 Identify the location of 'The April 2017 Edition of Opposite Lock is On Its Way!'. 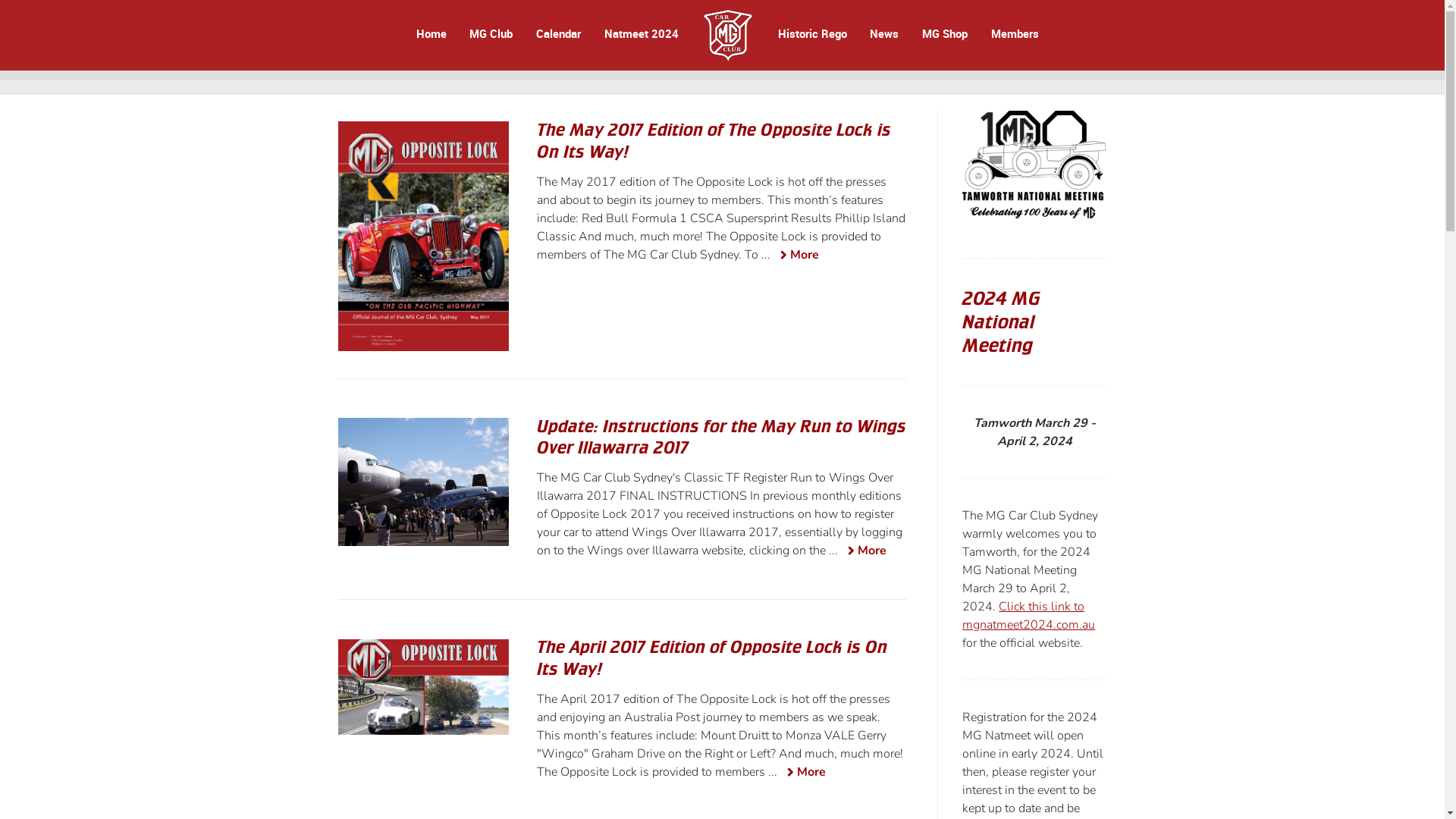
(711, 657).